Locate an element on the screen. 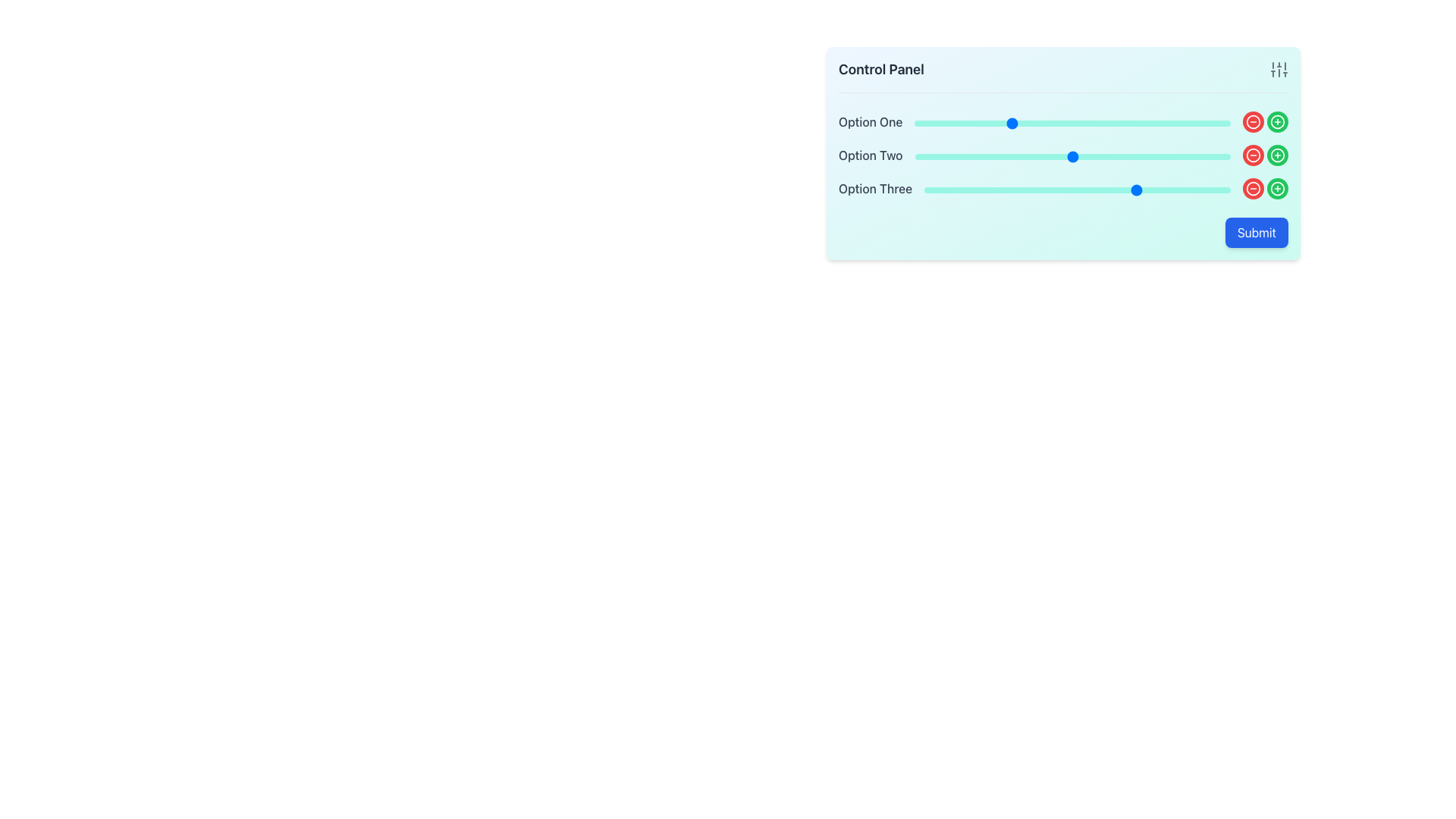 The width and height of the screenshot is (1456, 819). the slider is located at coordinates (1160, 157).